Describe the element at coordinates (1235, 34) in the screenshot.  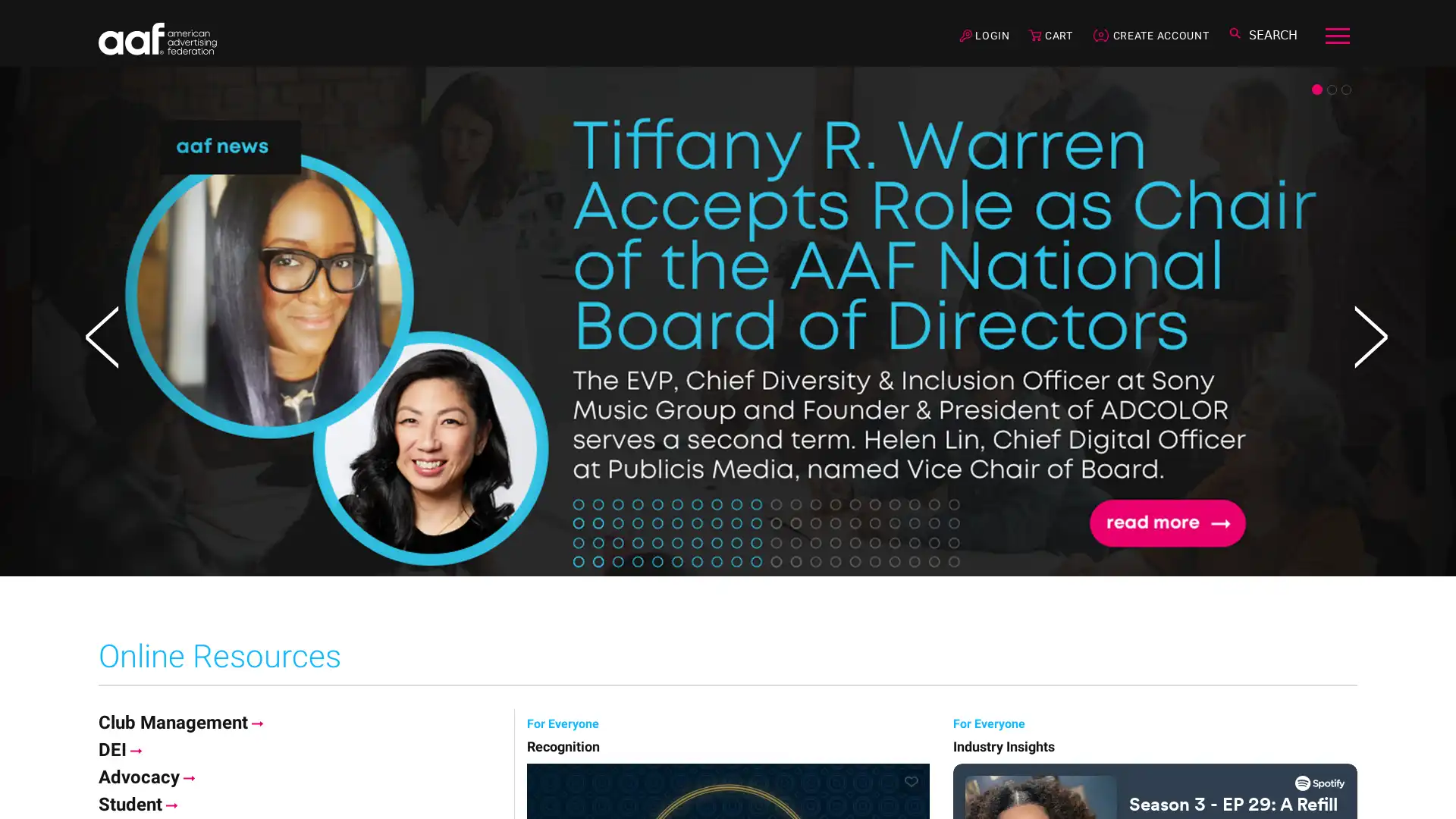
I see `Toggle search` at that location.